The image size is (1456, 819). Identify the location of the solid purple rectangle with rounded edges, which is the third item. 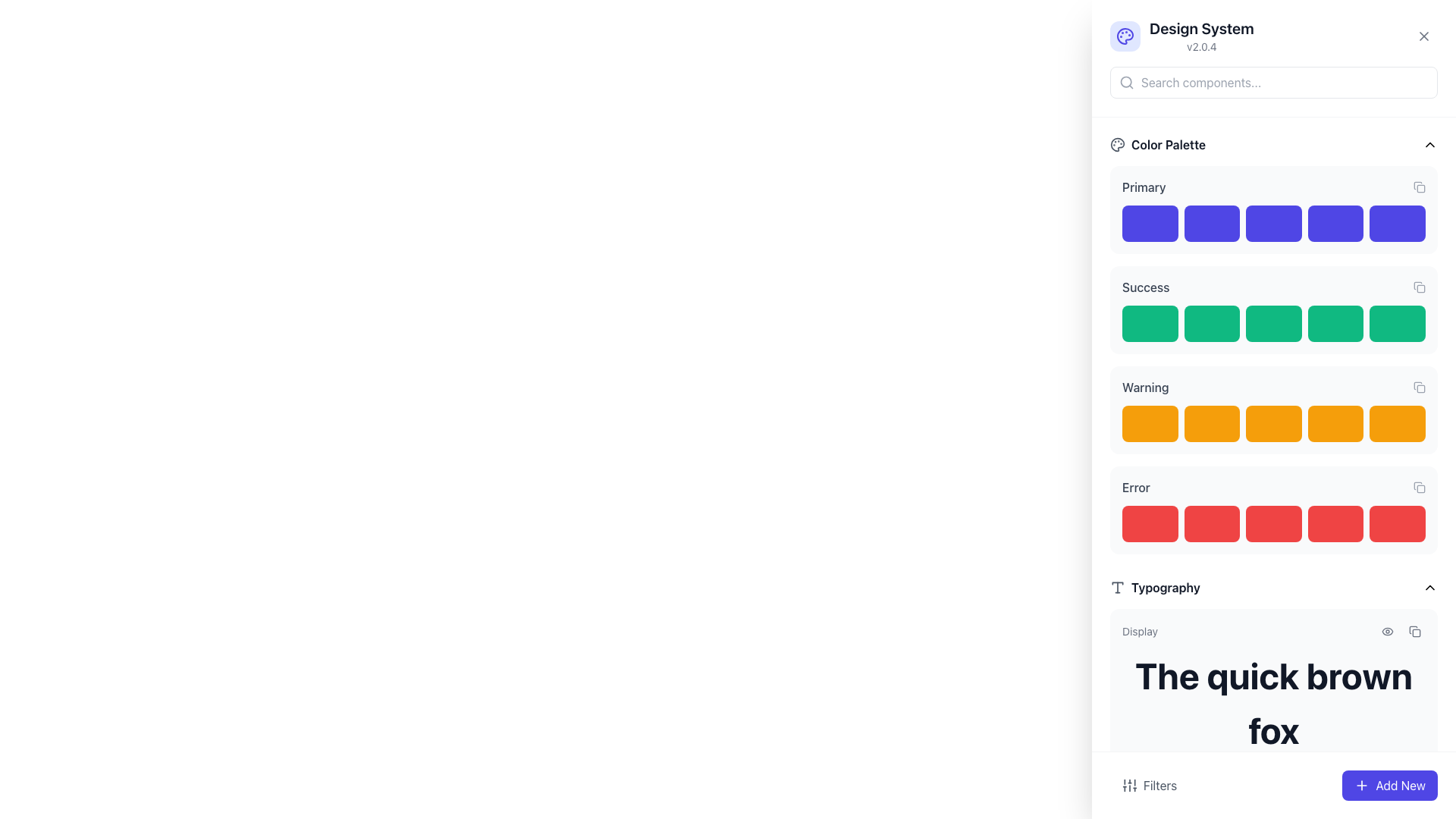
(1274, 210).